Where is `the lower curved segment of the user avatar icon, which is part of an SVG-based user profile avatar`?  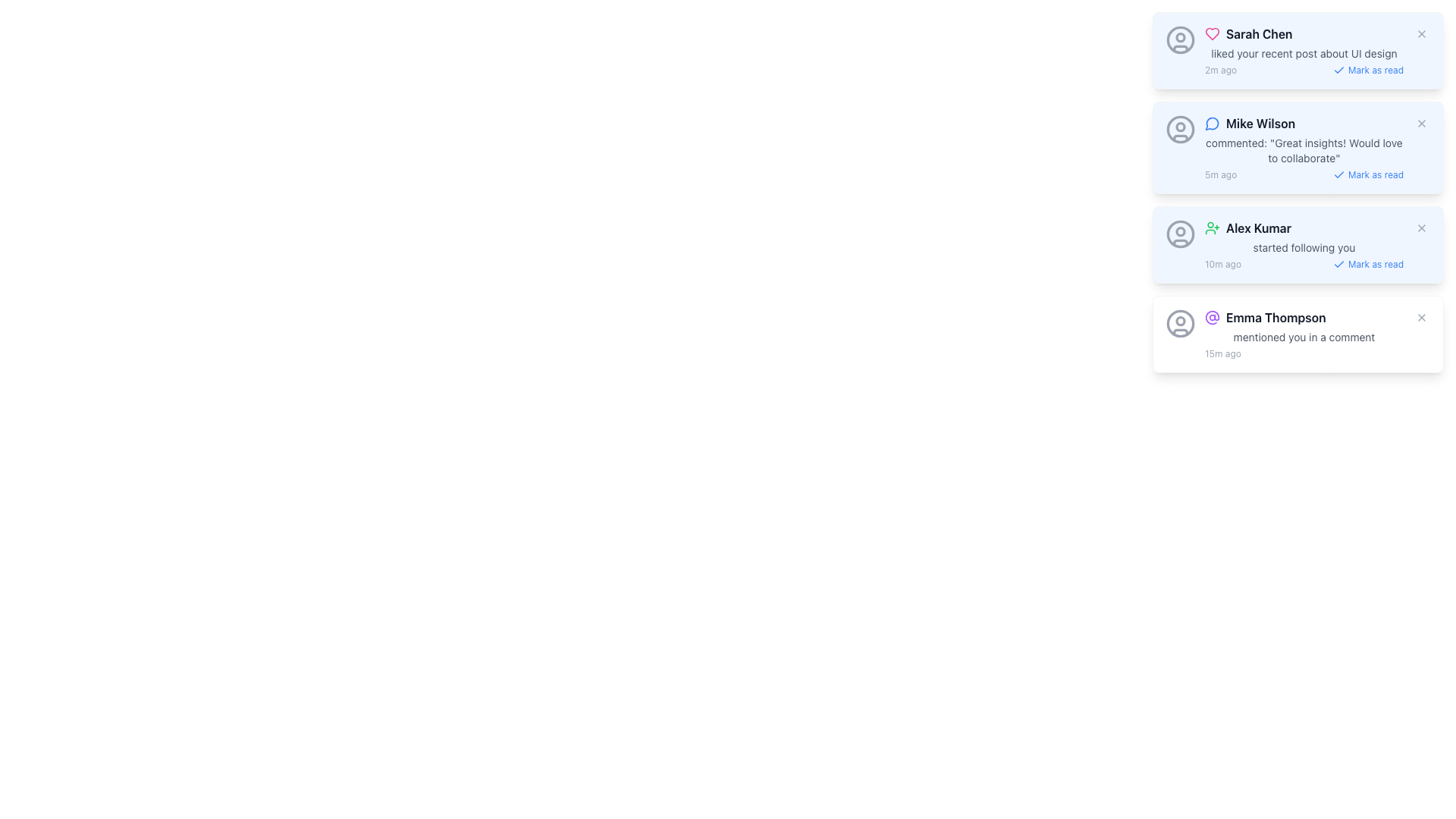
the lower curved segment of the user avatar icon, which is part of an SVG-based user profile avatar is located at coordinates (1179, 137).